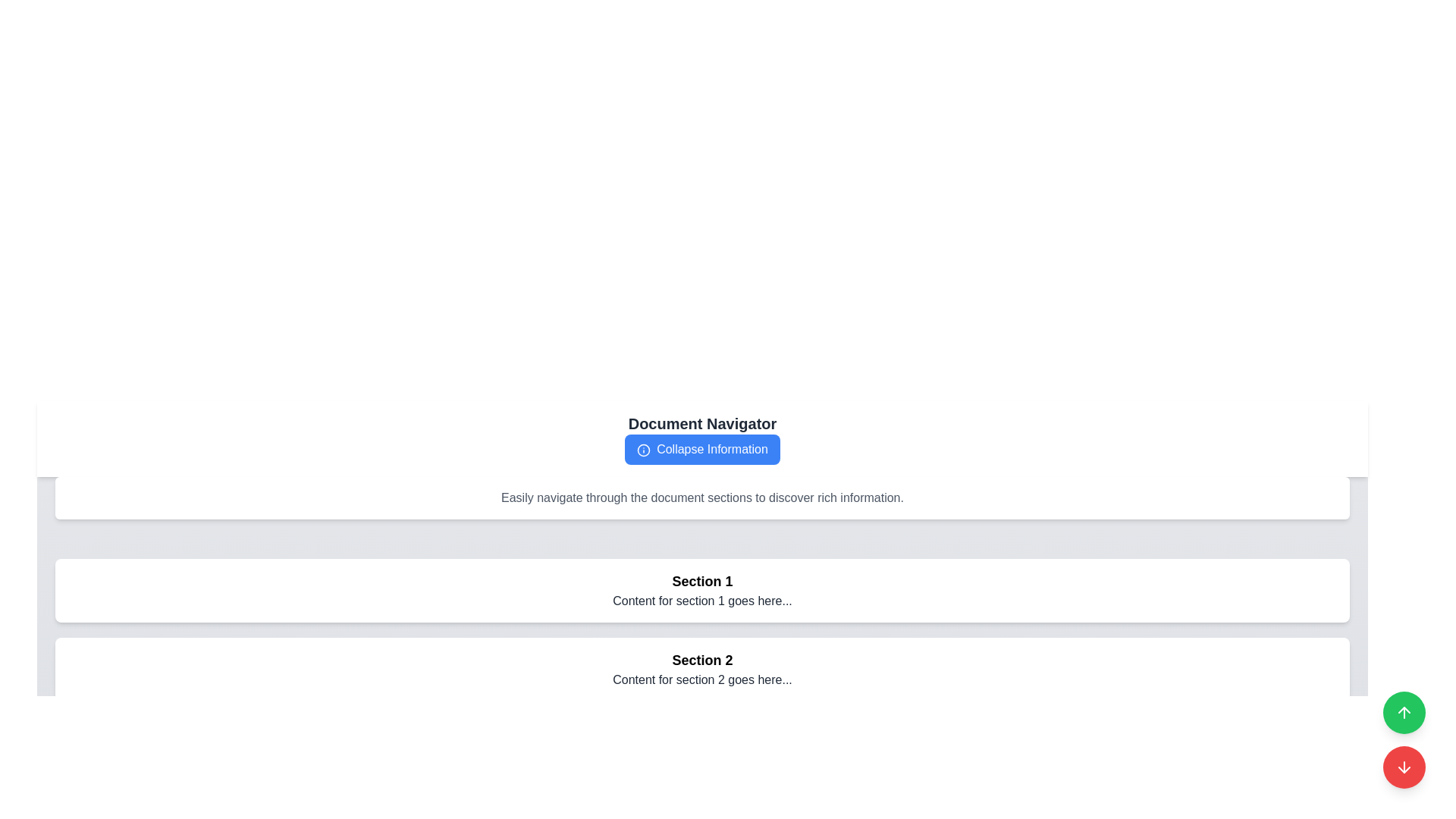 The height and width of the screenshot is (819, 1456). What do you see at coordinates (644, 449) in the screenshot?
I see `the circular graphic within the SVG icon that indicates 'Collapse Information' located next to the text in the header` at bounding box center [644, 449].